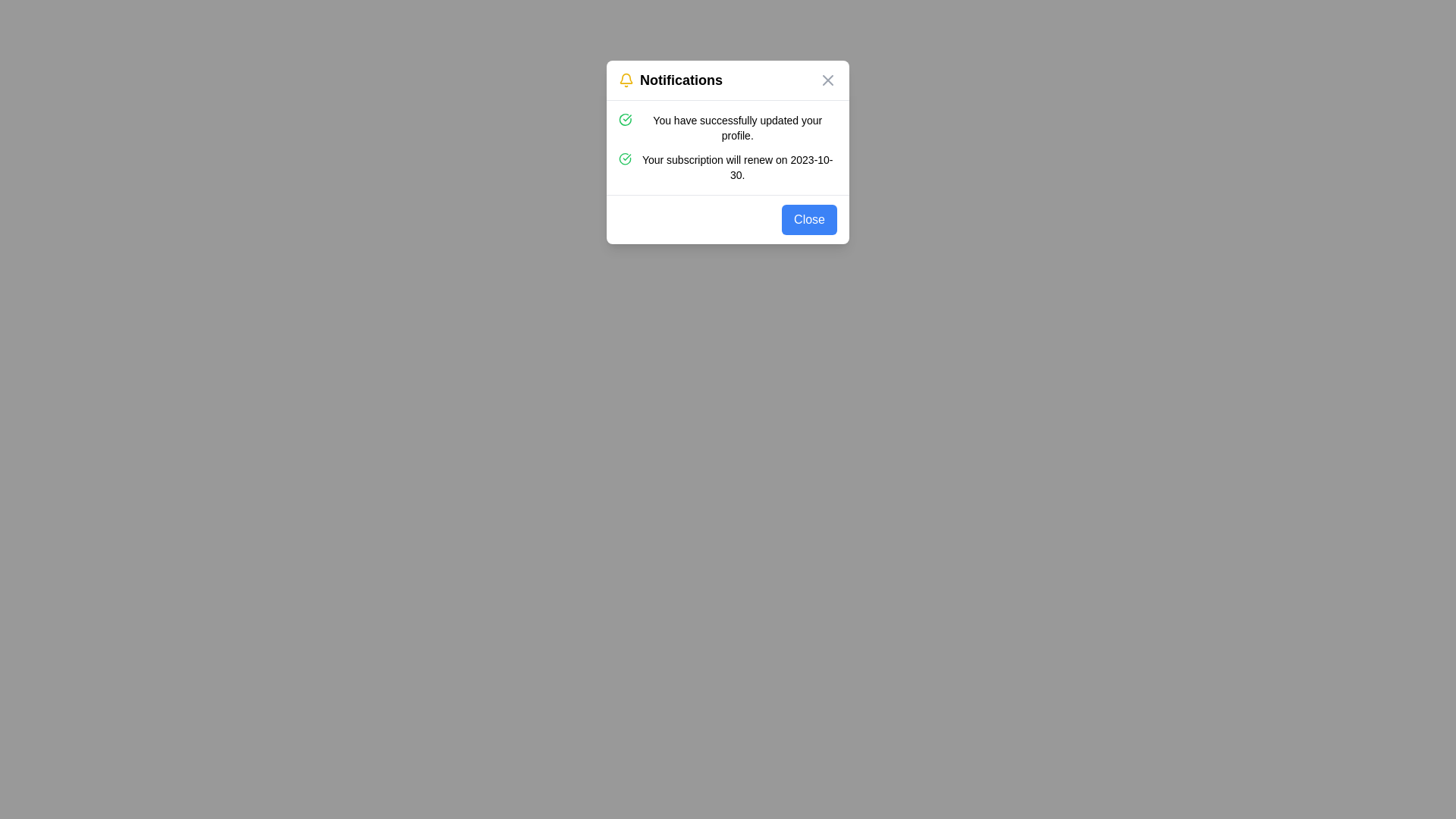  I want to click on the 'Notifications' text element with a yellow bell icon located at the top-center of the notification dialog, so click(670, 80).